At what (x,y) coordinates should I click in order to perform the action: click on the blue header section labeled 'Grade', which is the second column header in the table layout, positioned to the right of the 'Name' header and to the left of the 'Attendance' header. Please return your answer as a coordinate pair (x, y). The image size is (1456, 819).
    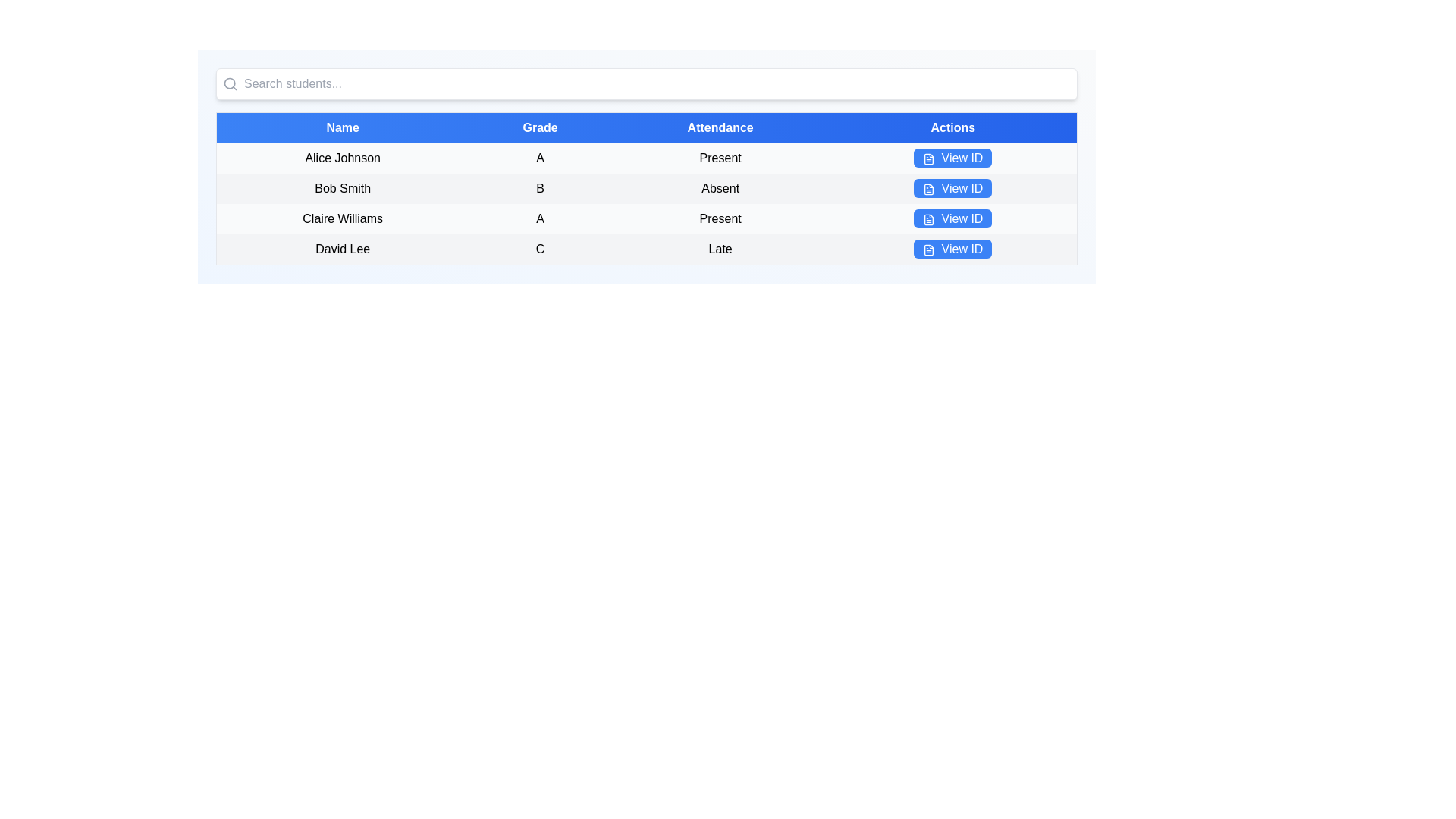
    Looking at the image, I should click on (540, 127).